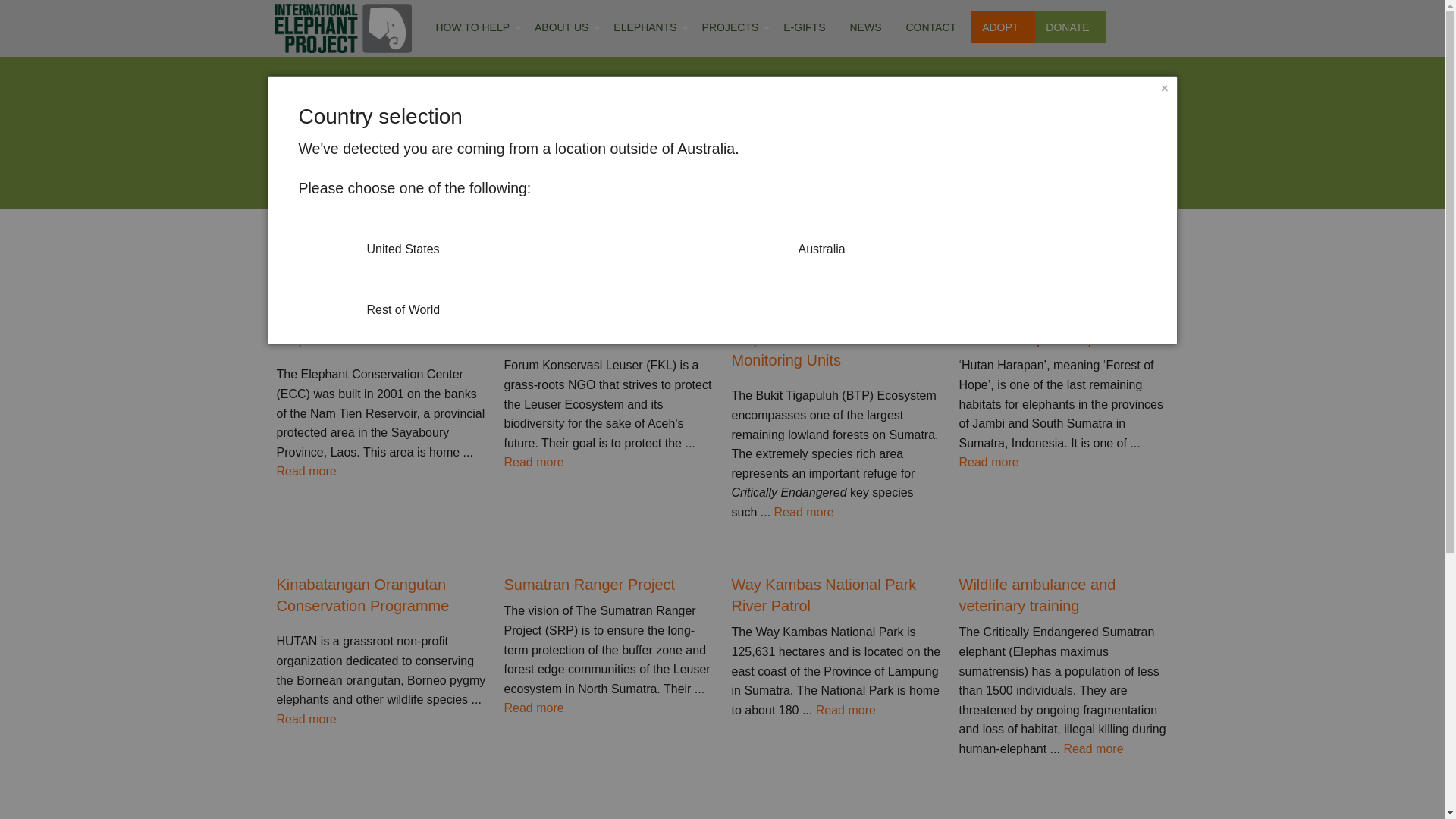  Describe the element at coordinates (806, 27) in the screenshot. I see `'E-GIFTS'` at that location.